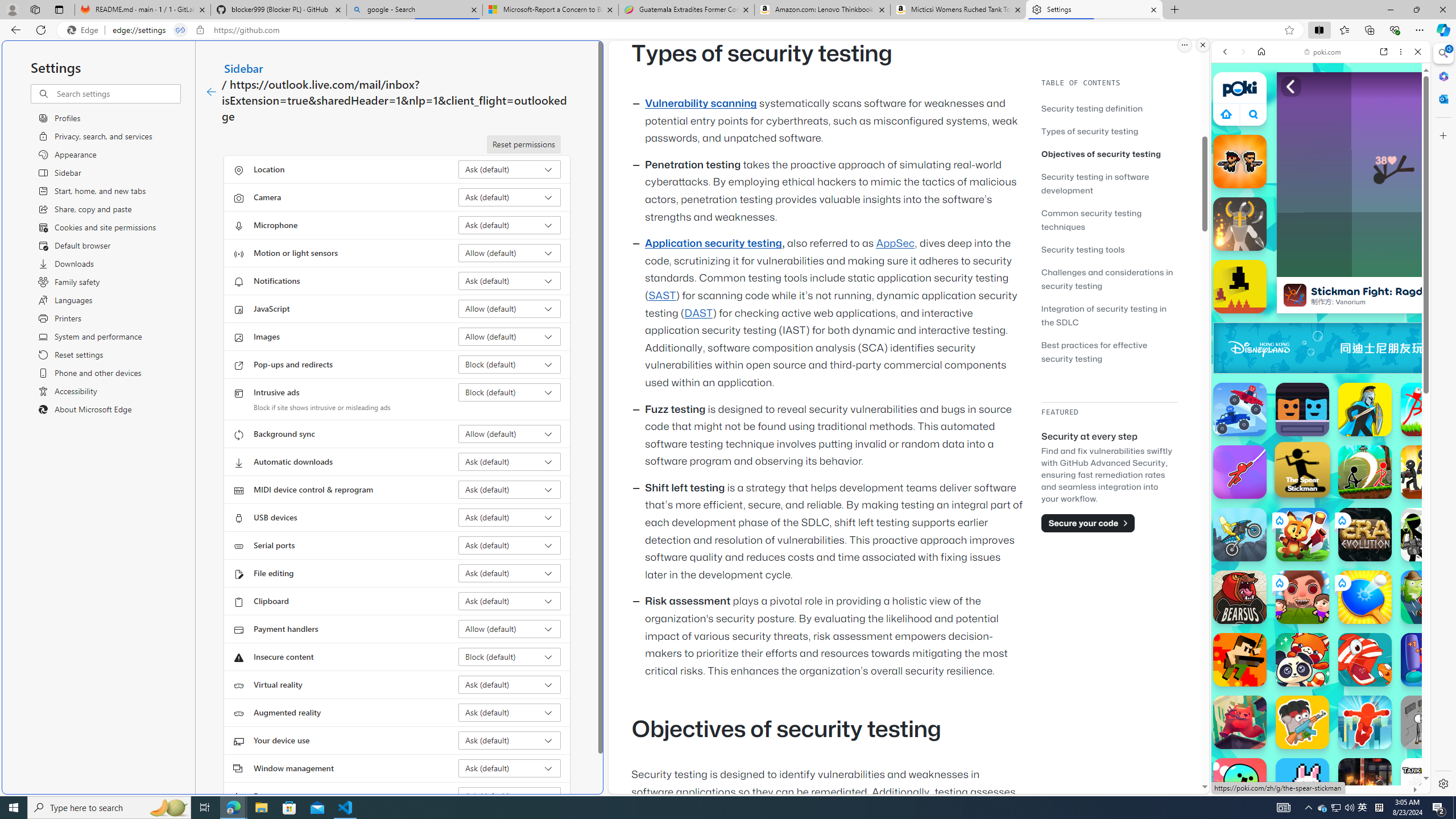 This screenshot has width=1456, height=819. Describe the element at coordinates (1322, 52) in the screenshot. I see `'poki.com'` at that location.